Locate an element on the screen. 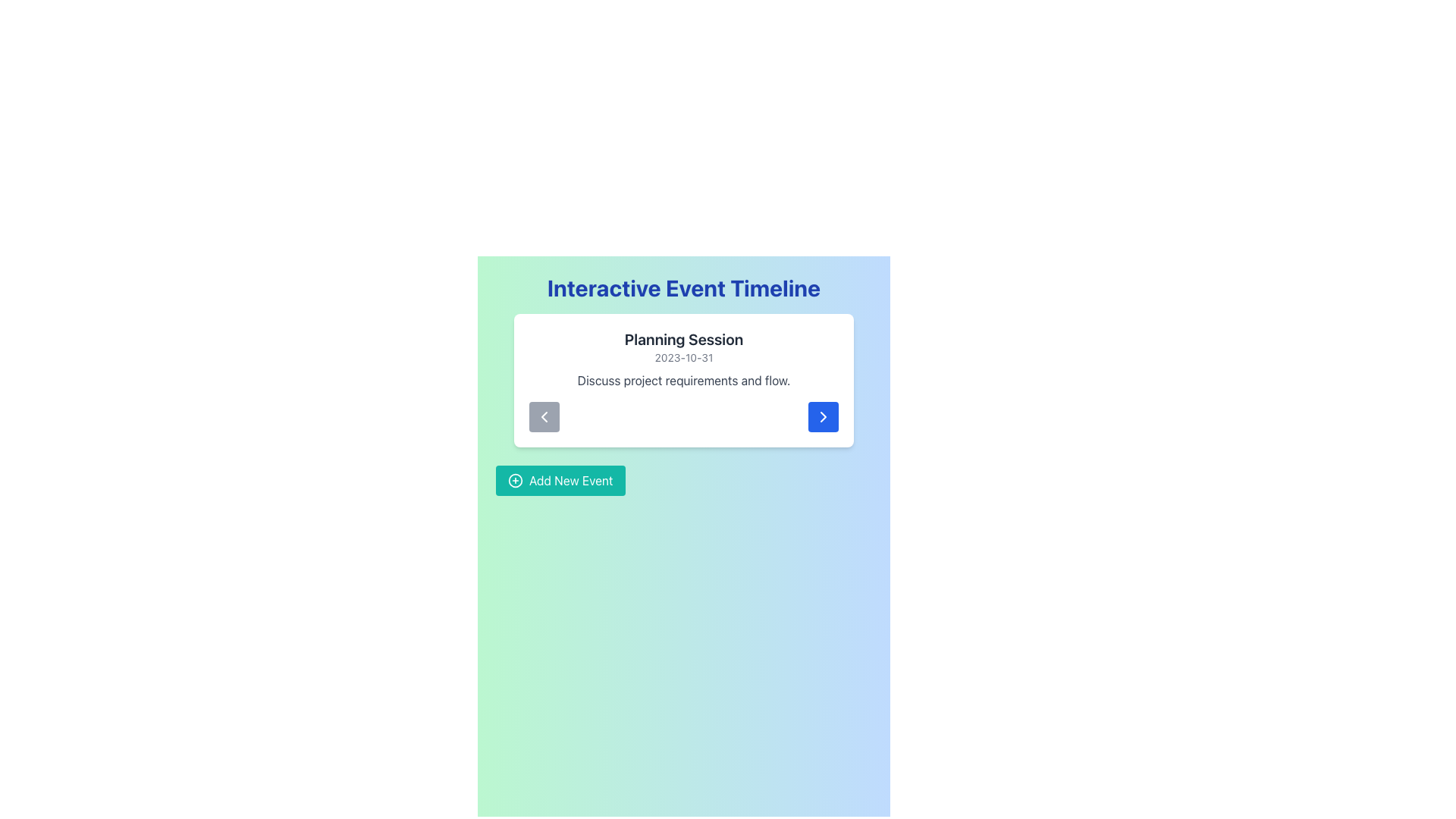 Image resolution: width=1456 pixels, height=819 pixels. content displayed in the text block titled 'Planning Session', which includes the date '2023-10-31' and the description 'Discuss project requirements and flow.' is located at coordinates (683, 359).